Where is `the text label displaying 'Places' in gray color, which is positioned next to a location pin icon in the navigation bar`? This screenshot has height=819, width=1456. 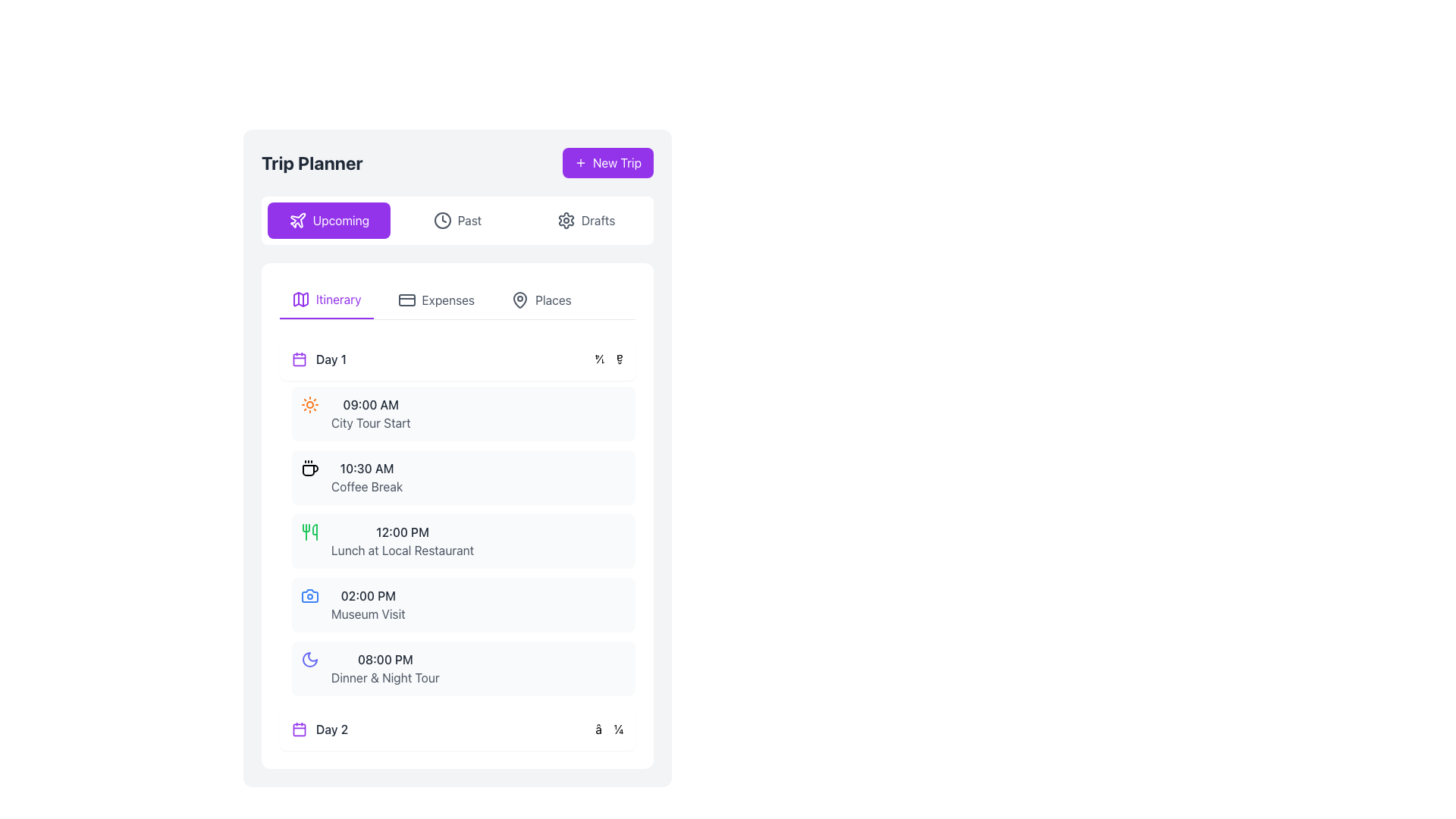 the text label displaying 'Places' in gray color, which is positioned next to a location pin icon in the navigation bar is located at coordinates (552, 300).